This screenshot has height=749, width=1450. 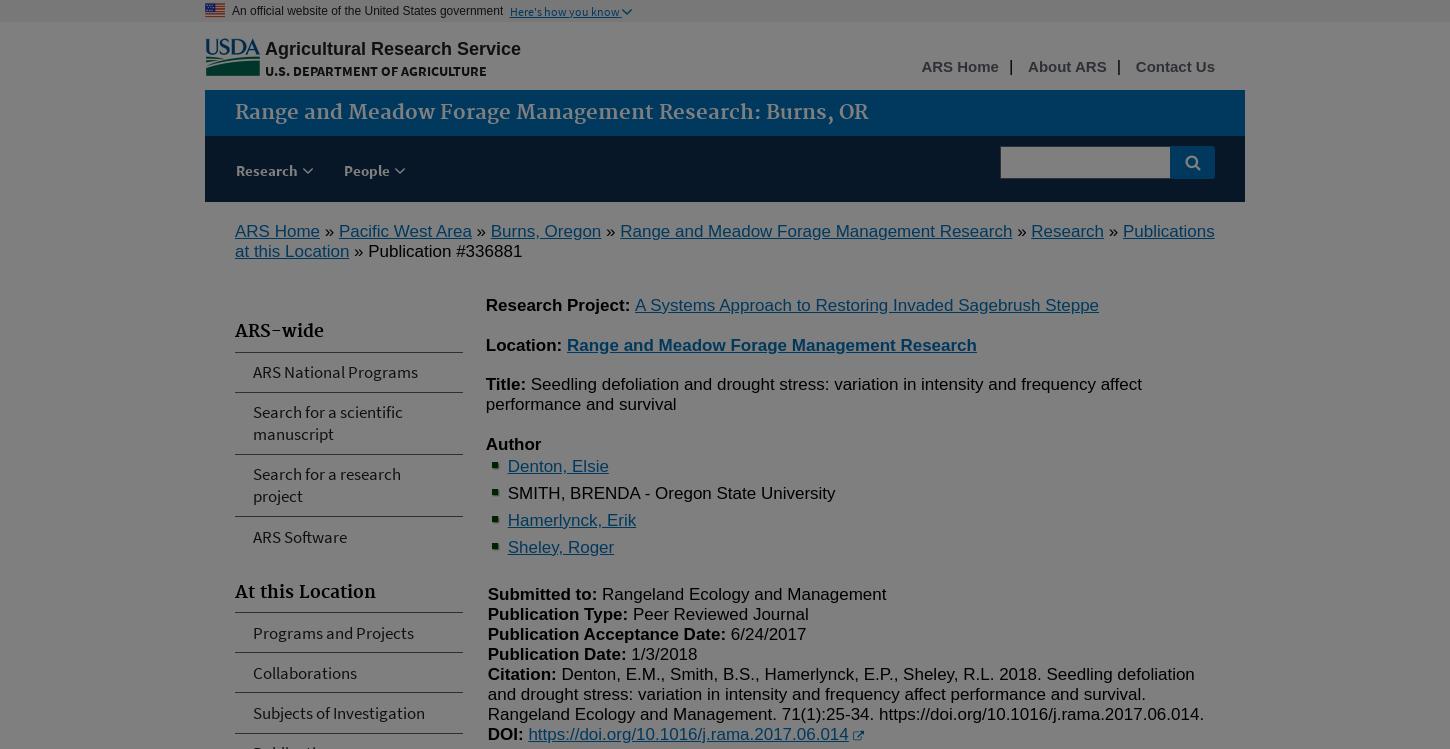 I want to click on 'Pacific West Area', so click(x=403, y=230).